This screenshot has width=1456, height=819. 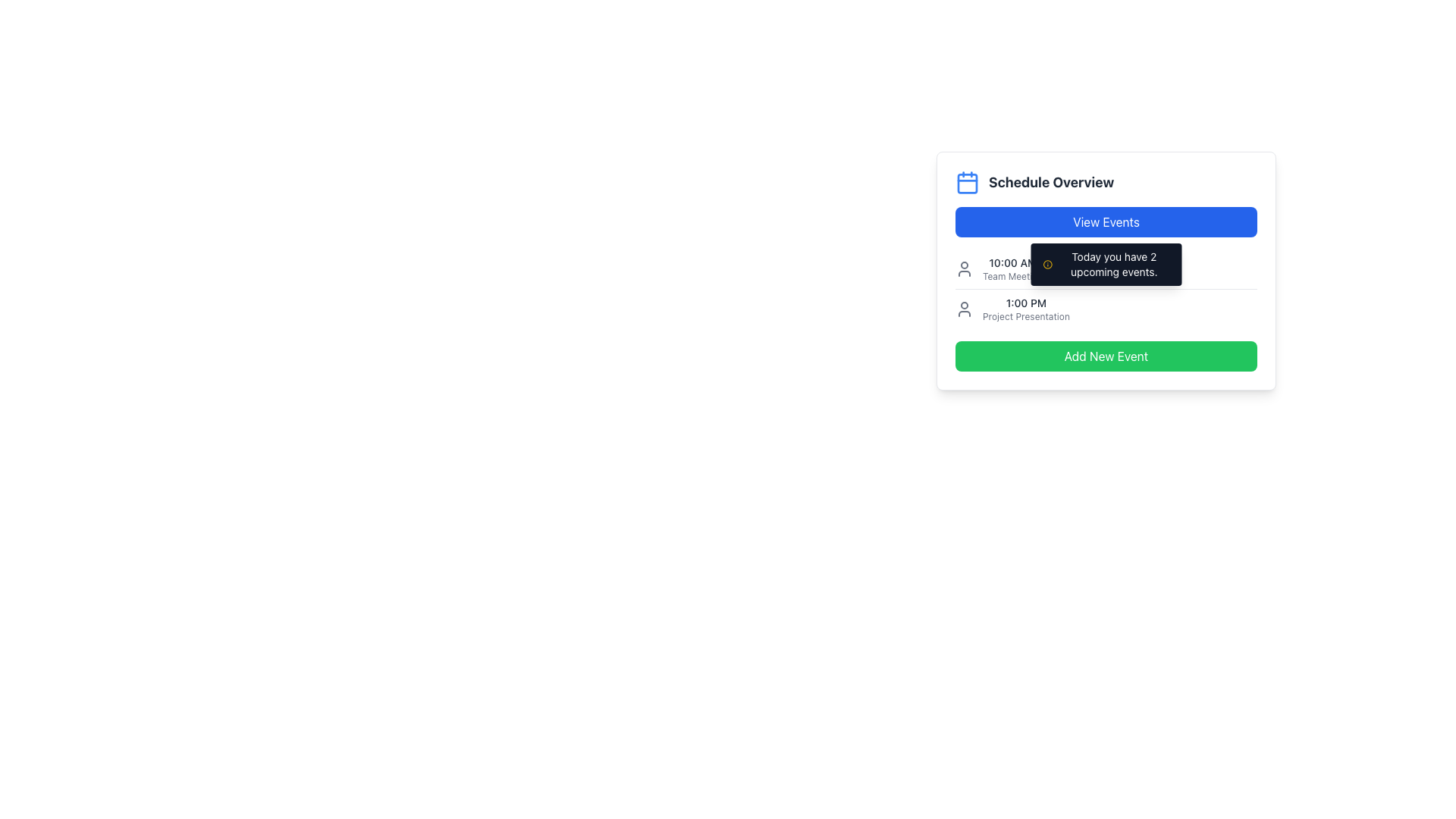 What do you see at coordinates (1012, 262) in the screenshot?
I see `the Text Label displaying '10:00 AM' in black font, located at the top-left of the Schedule Overview card, above 'Team Meeting'` at bounding box center [1012, 262].